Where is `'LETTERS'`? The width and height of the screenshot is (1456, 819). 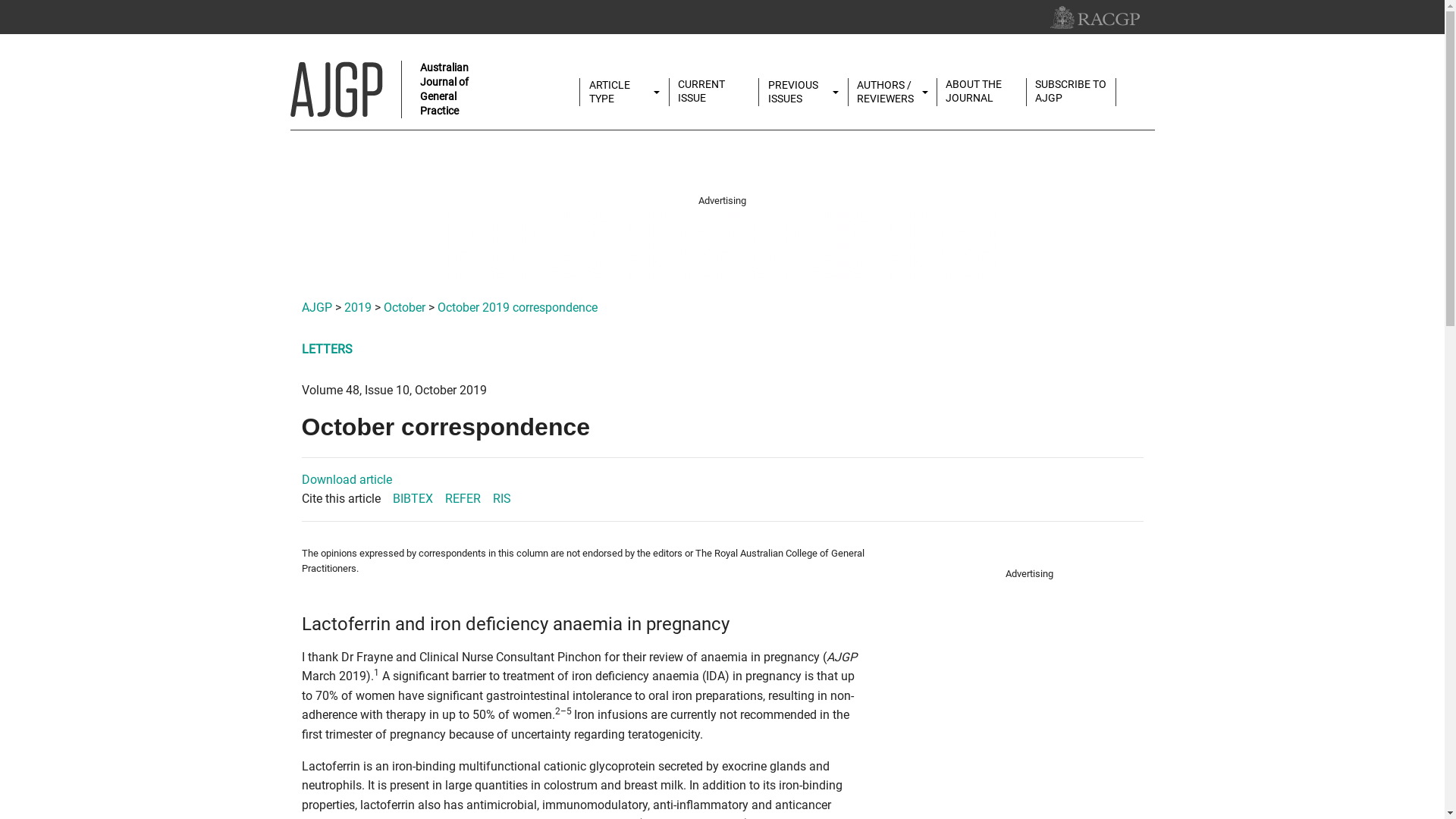 'LETTERS' is located at coordinates (326, 349).